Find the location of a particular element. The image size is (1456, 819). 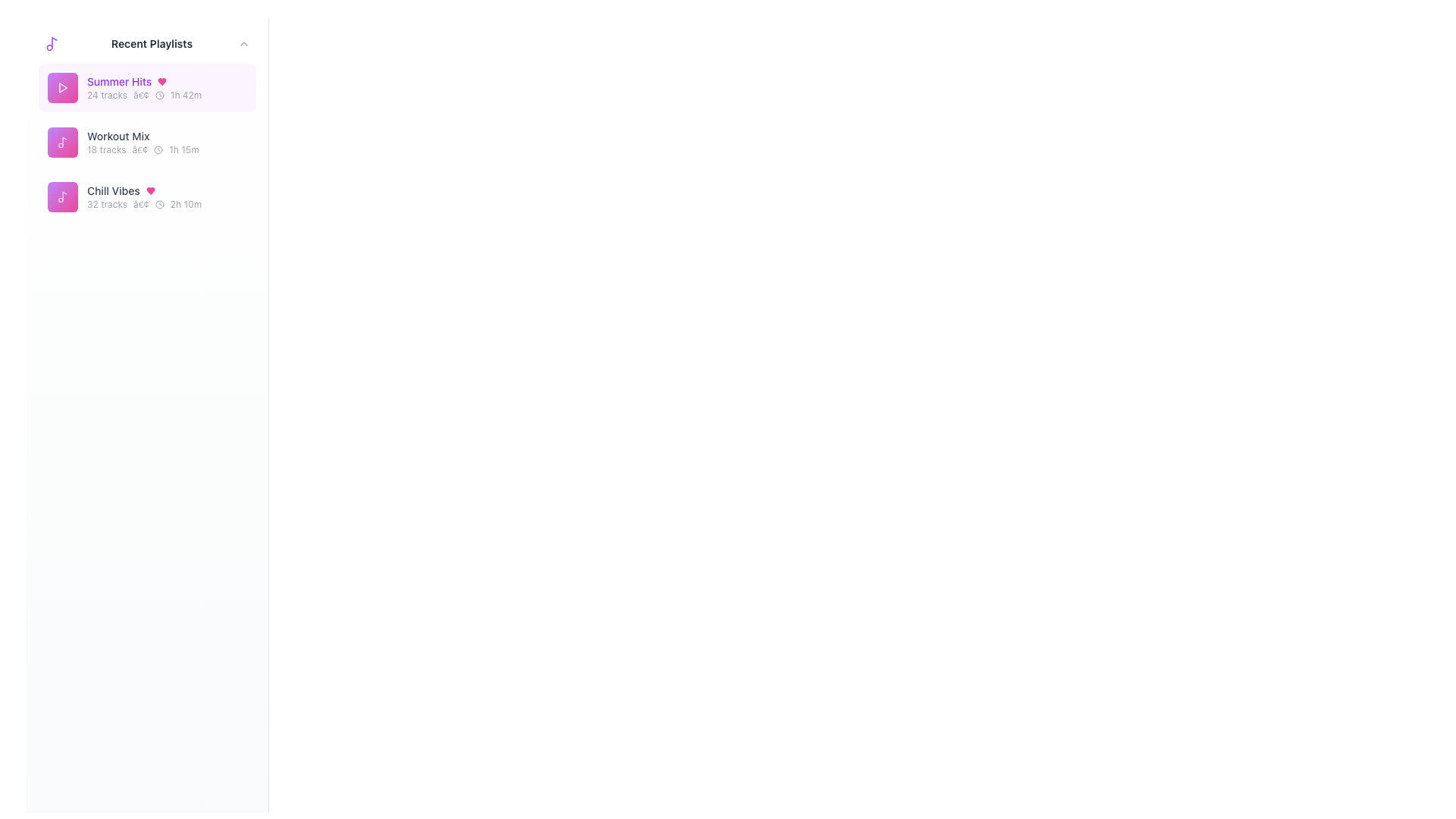

the 'Workout Mix' playlist item is located at coordinates (147, 143).